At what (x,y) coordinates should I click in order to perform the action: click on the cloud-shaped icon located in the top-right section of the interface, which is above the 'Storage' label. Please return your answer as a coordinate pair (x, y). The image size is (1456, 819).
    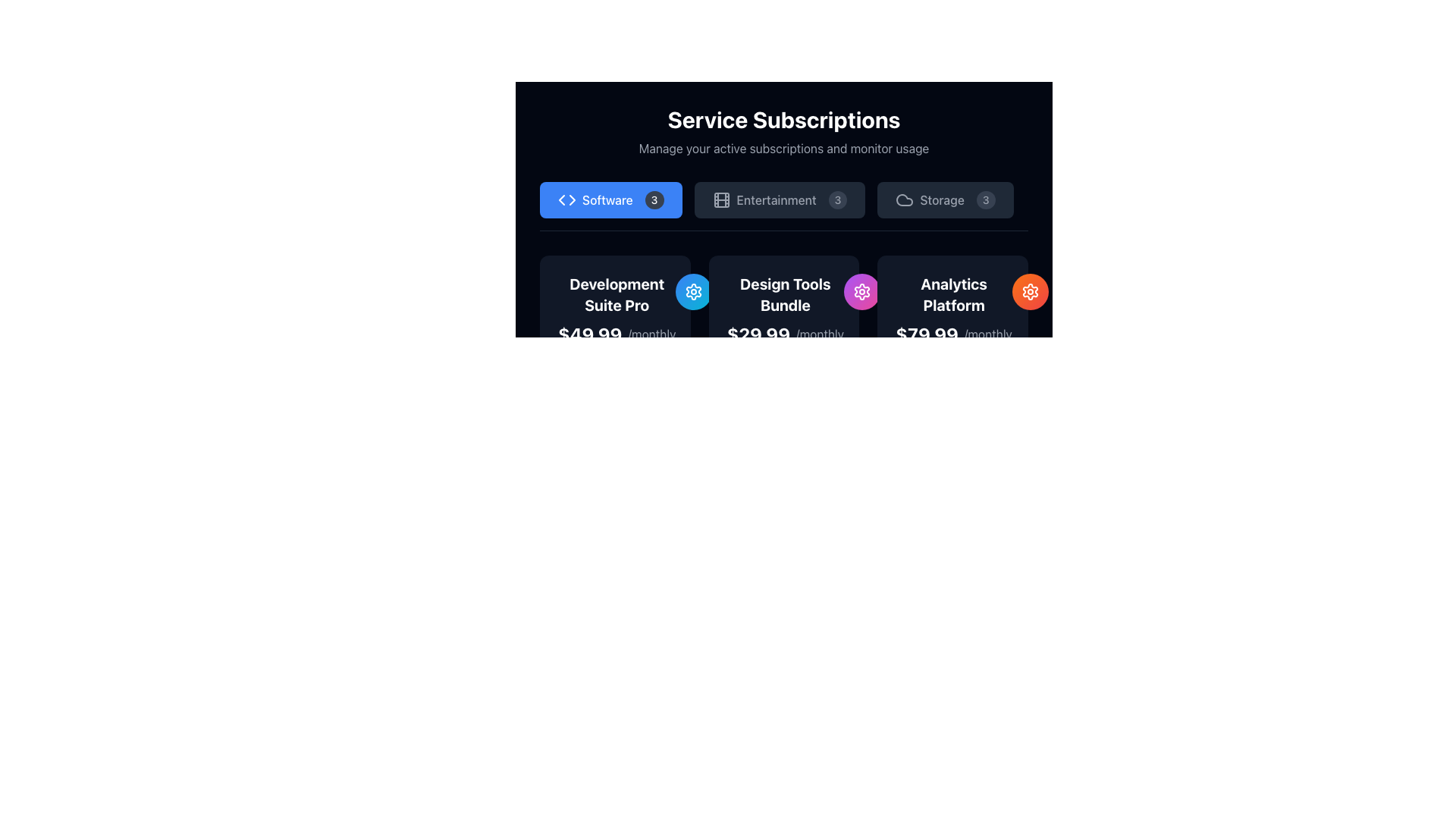
    Looking at the image, I should click on (905, 199).